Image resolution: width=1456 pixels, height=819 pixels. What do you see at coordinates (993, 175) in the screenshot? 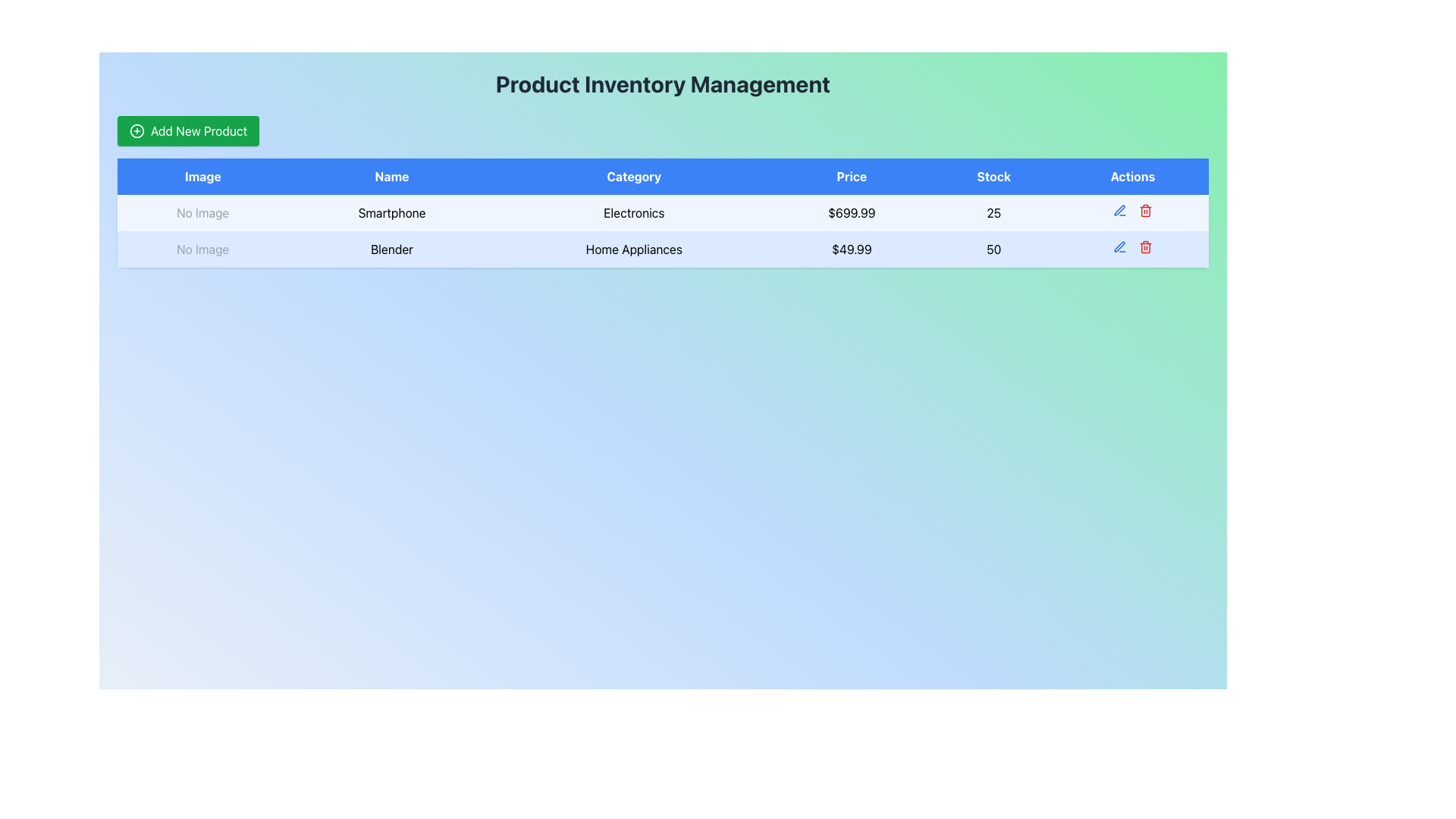
I see `the Table Header Cell labeled 'Stock', which is the fifth column header in a table with a blue background and bold white text` at bounding box center [993, 175].